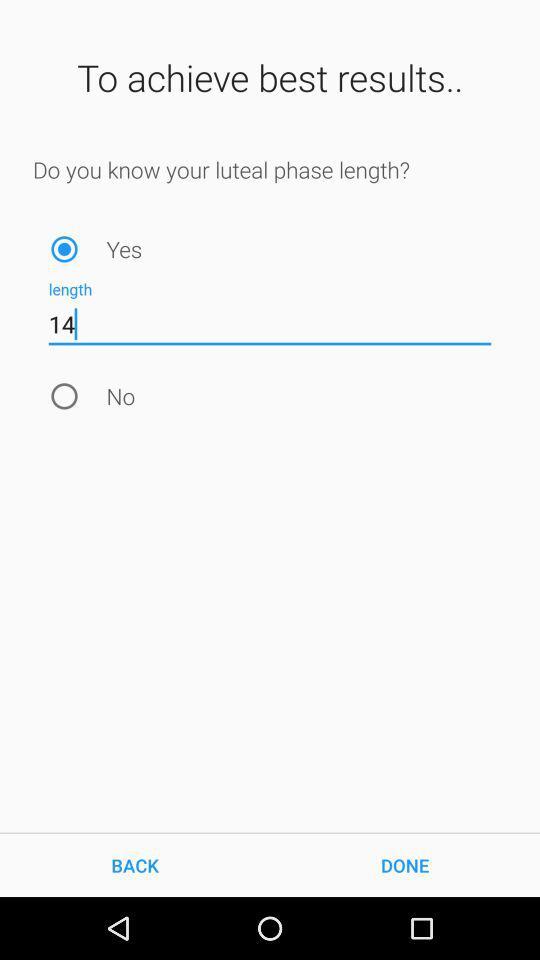  What do you see at coordinates (64, 395) in the screenshot?
I see `option no` at bounding box center [64, 395].